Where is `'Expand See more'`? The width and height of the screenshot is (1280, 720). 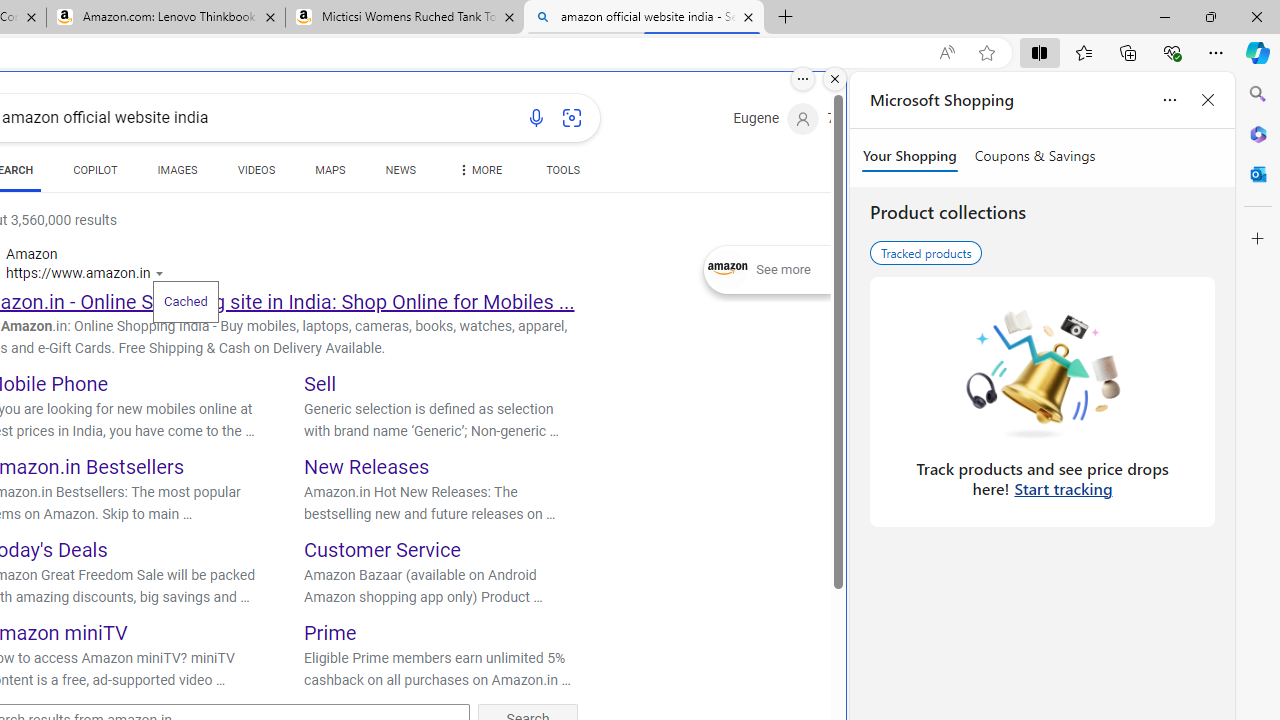 'Expand See more' is located at coordinates (766, 270).